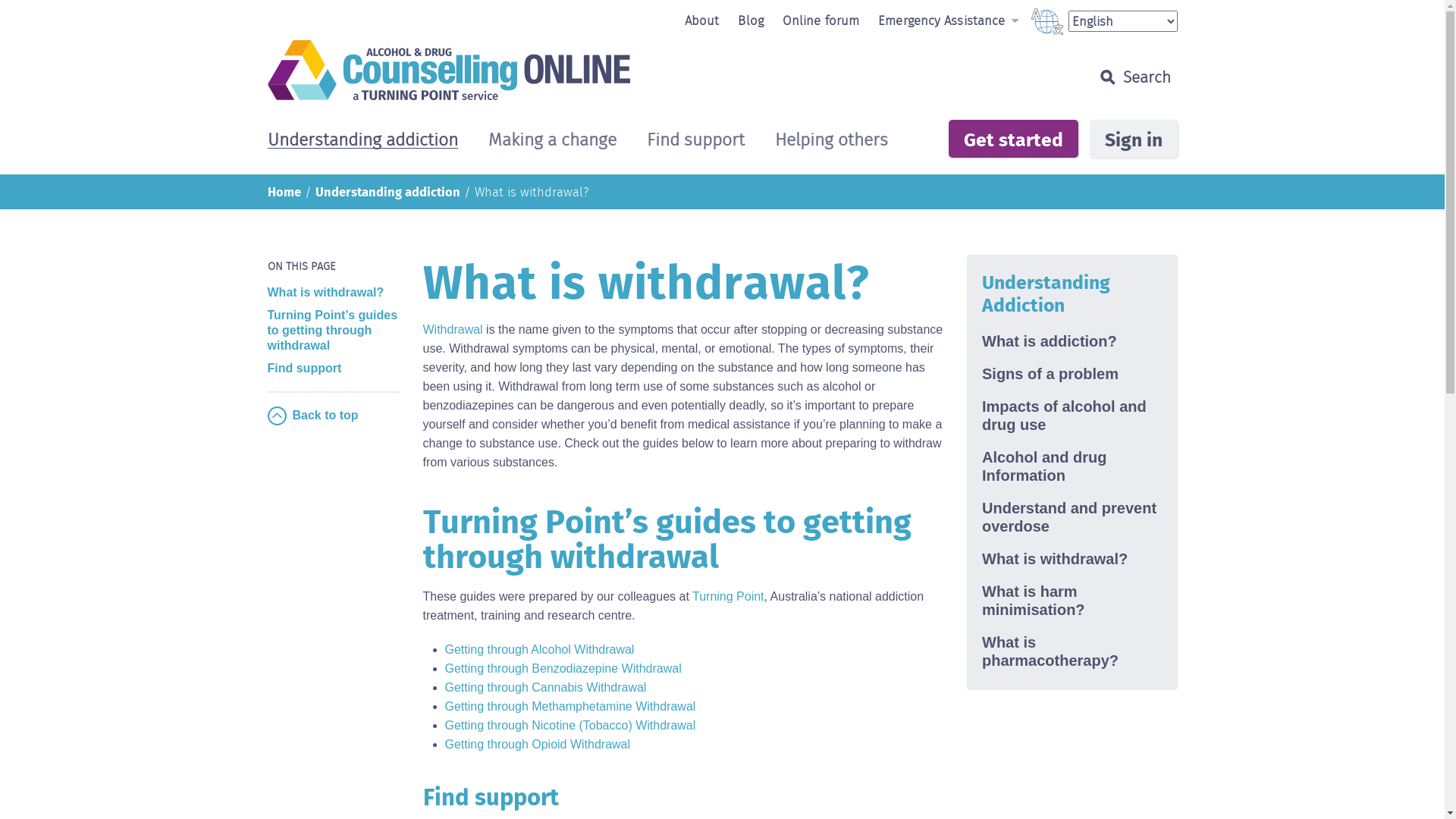  Describe the element at coordinates (830, 140) in the screenshot. I see `'Helping others'` at that location.